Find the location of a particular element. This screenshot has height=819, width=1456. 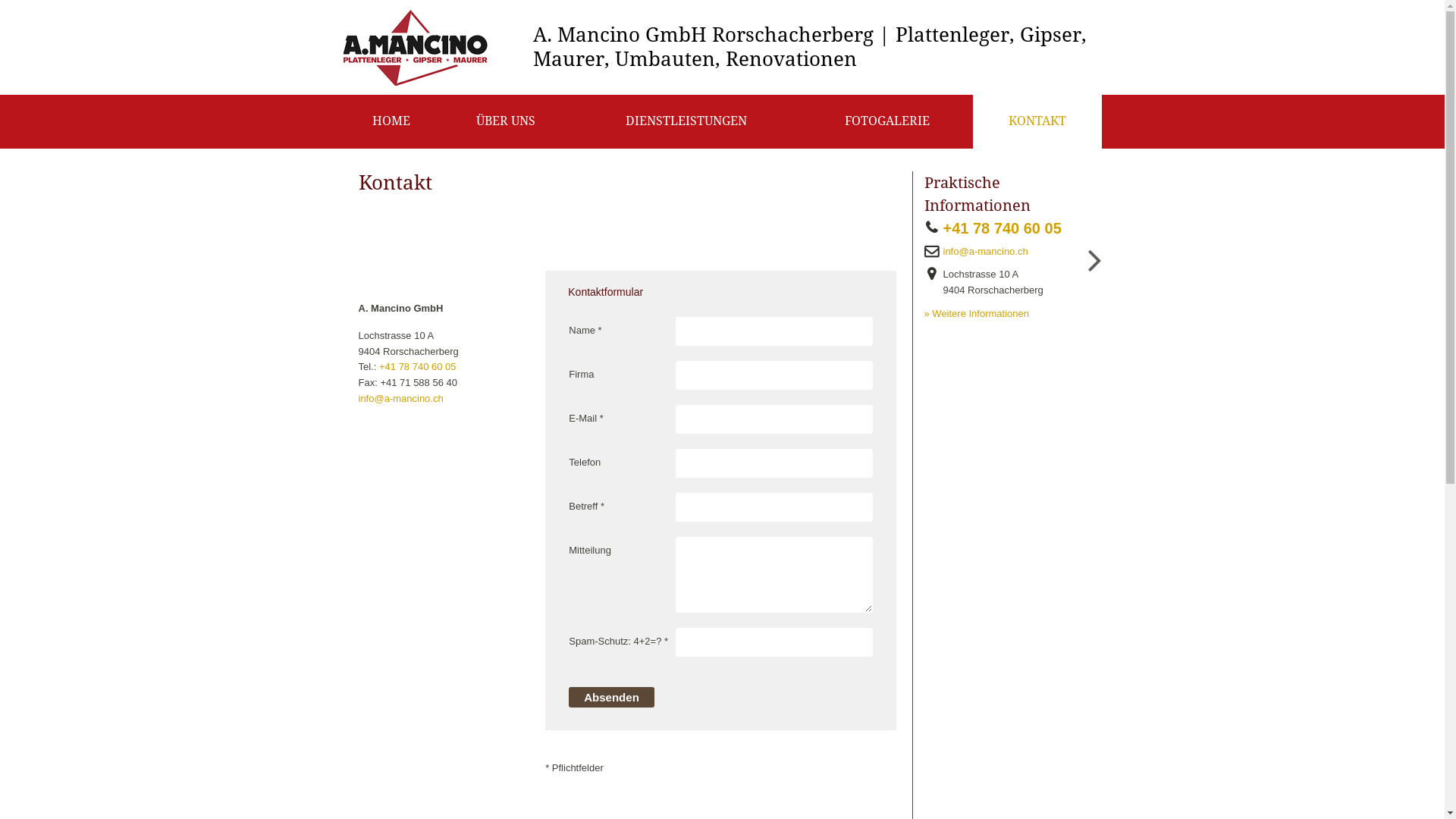

'info@a-mancino.ch' is located at coordinates (938, 251).